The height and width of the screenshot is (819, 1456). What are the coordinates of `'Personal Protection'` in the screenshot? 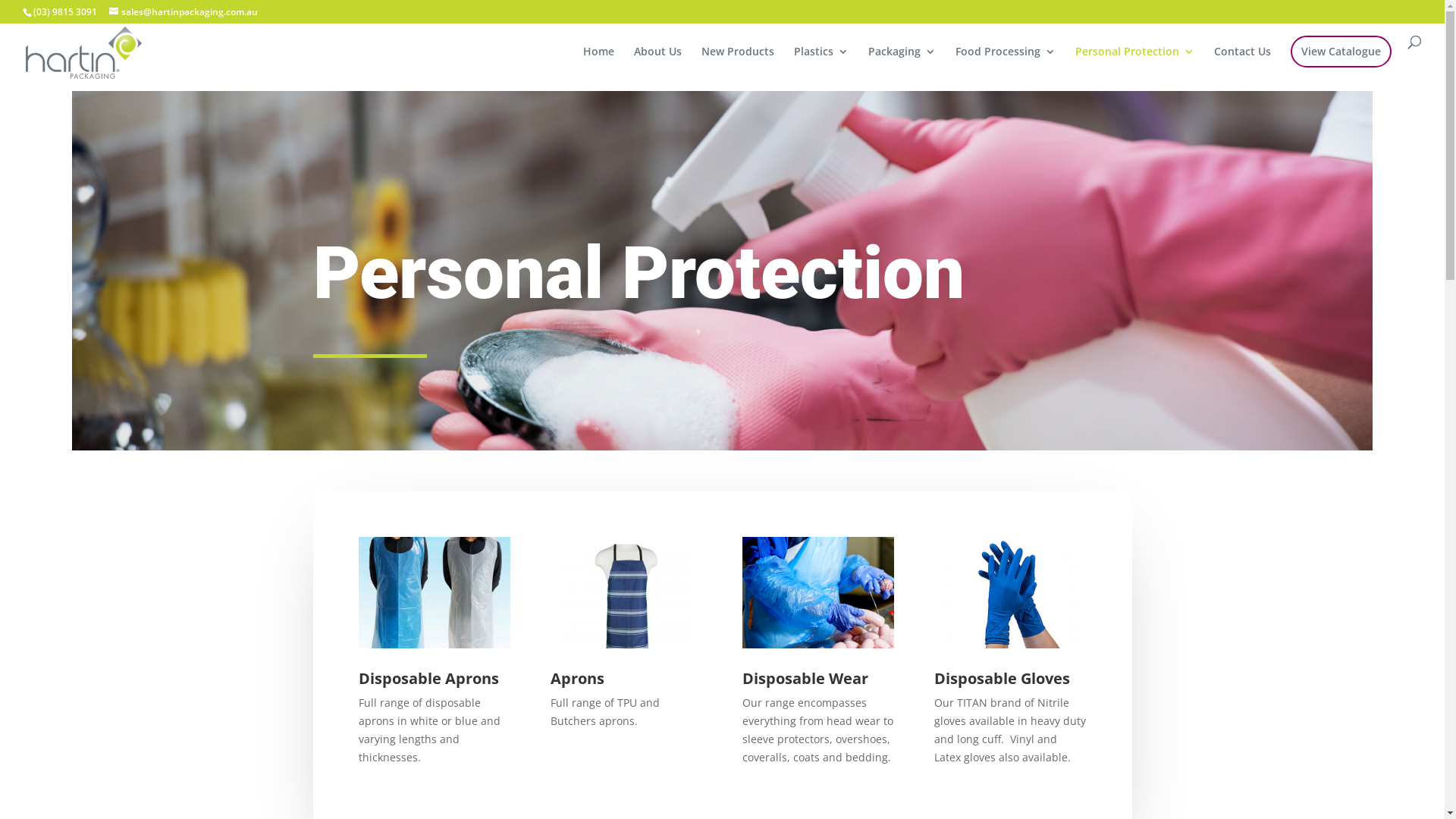 It's located at (1134, 63).